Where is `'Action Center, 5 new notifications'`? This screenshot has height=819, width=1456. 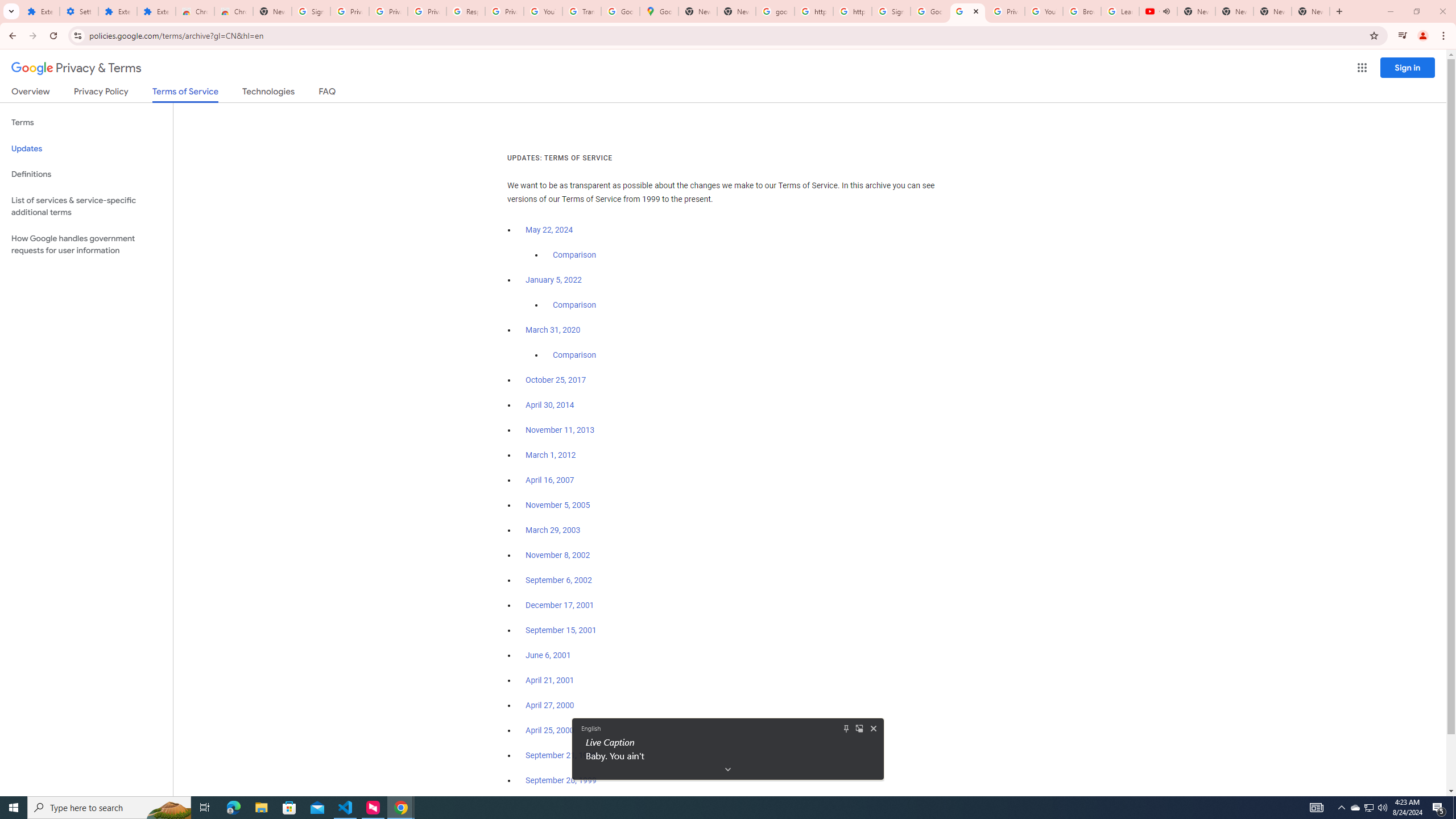 'Action Center, 5 new notifications' is located at coordinates (1439, 806).